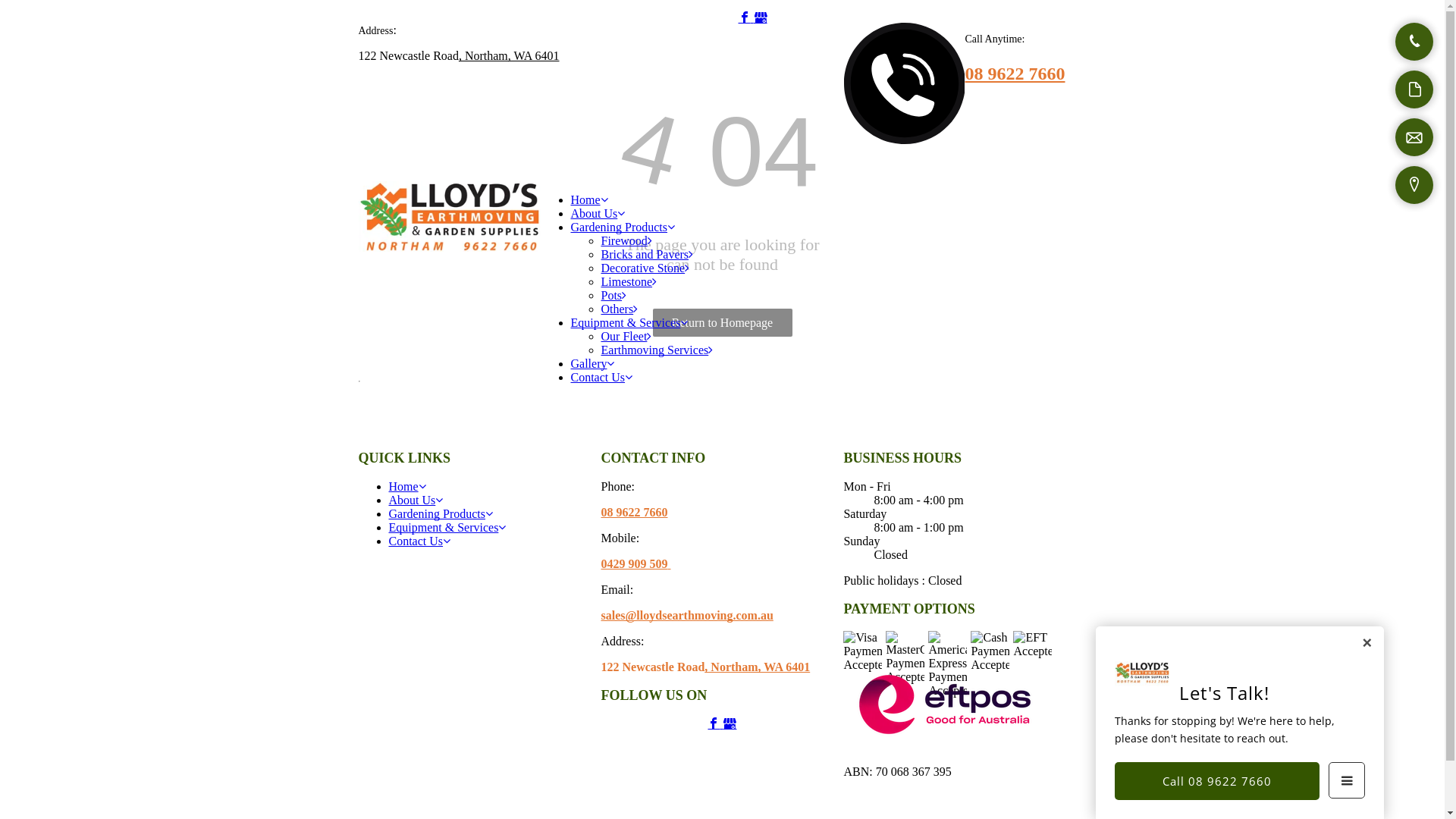 This screenshot has width=1456, height=819. I want to click on 'Return to Homepage', so click(720, 322).